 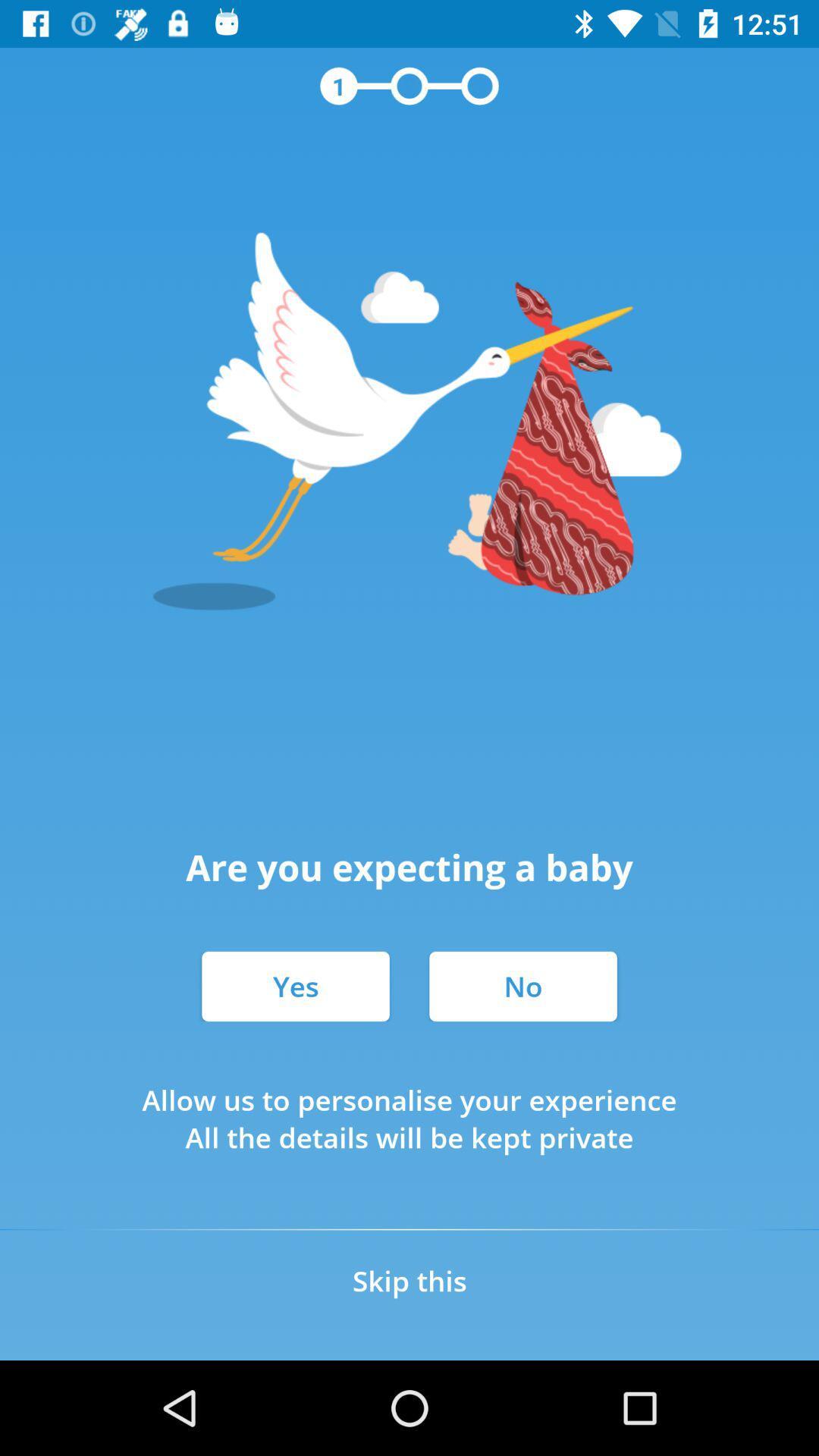 I want to click on the skip this, so click(x=409, y=1280).